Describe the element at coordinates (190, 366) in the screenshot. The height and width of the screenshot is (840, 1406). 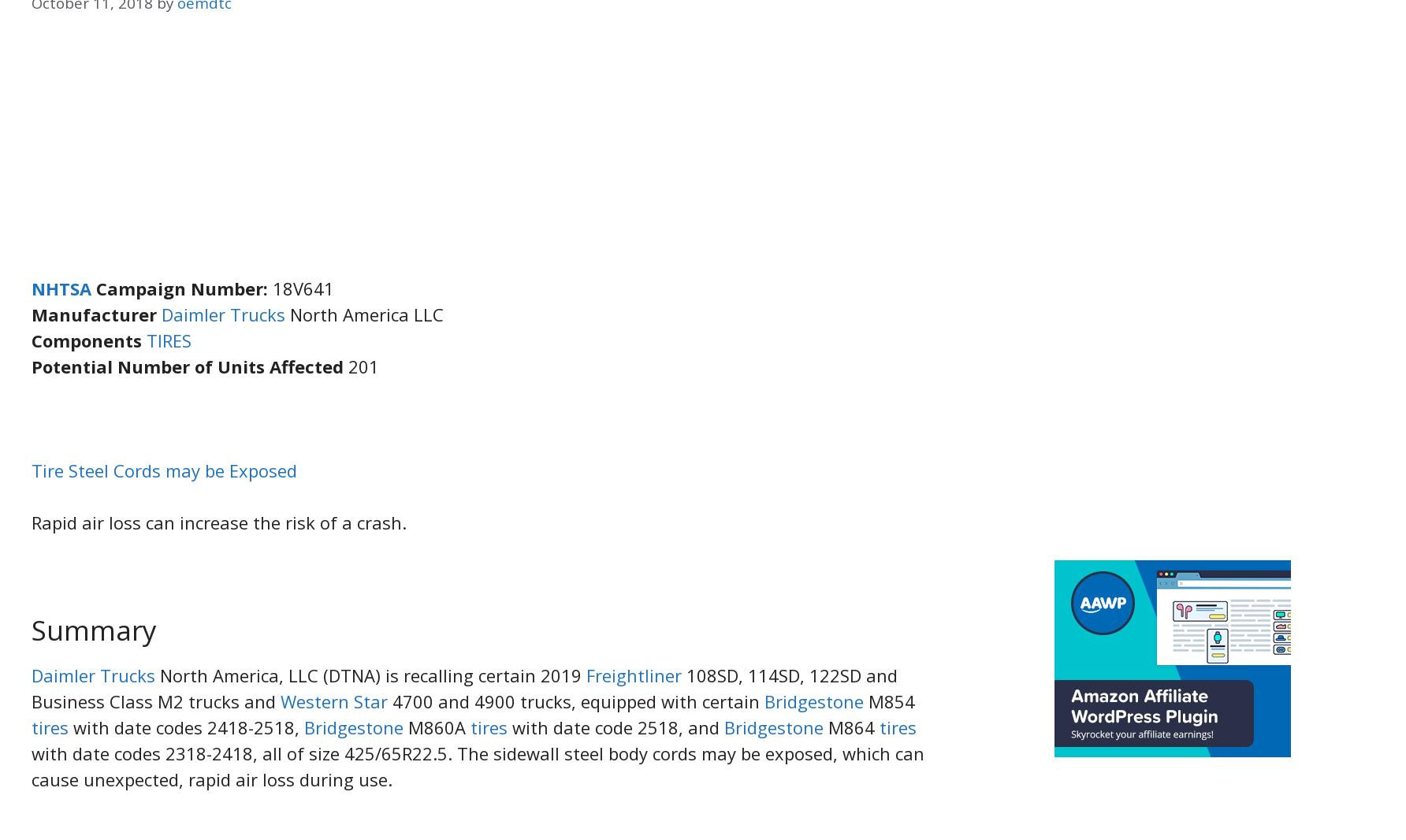
I see `'Potential Number of Units Affected'` at that location.